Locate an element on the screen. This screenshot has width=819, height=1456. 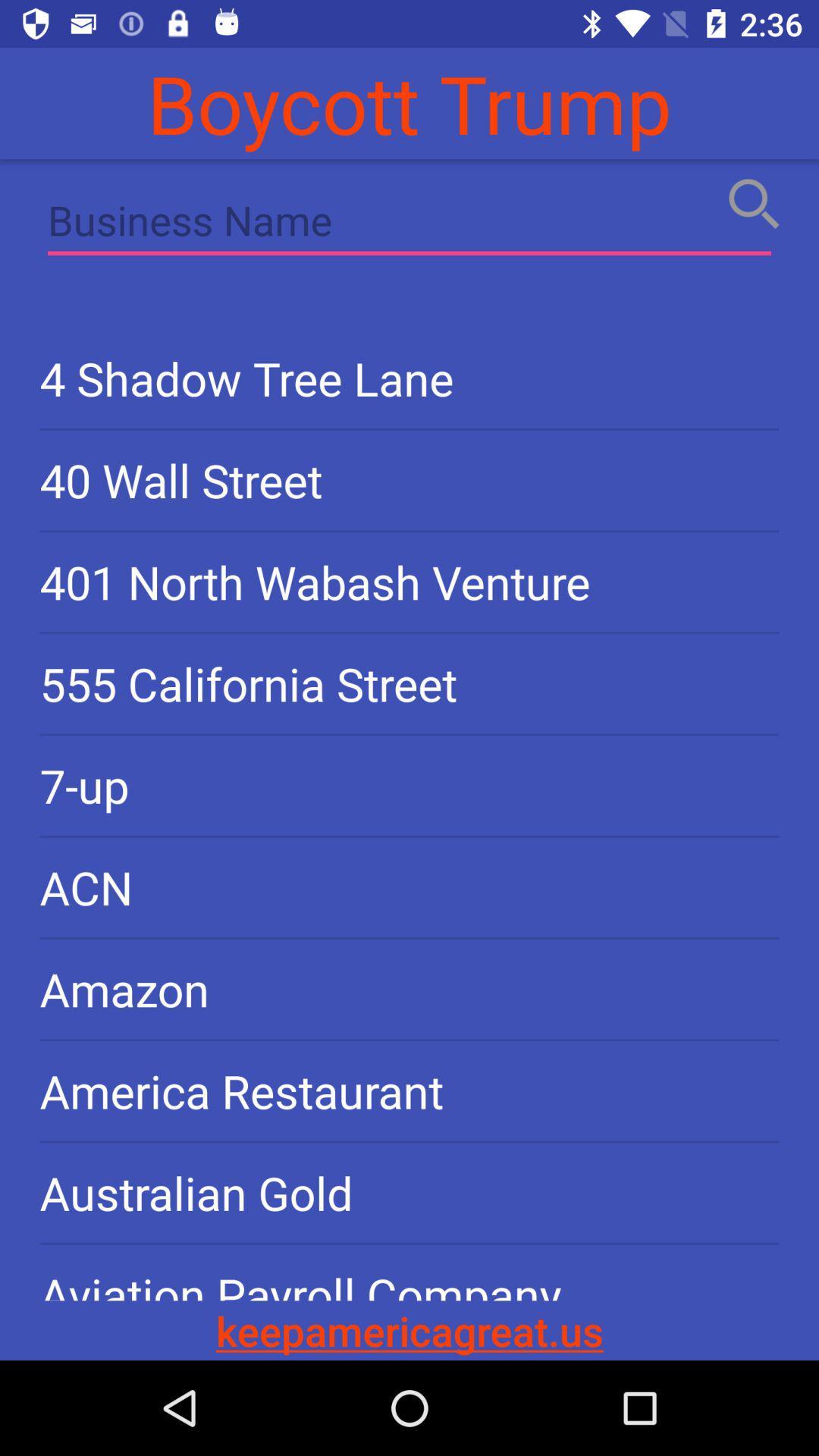
the item above the amazon is located at coordinates (409, 887).